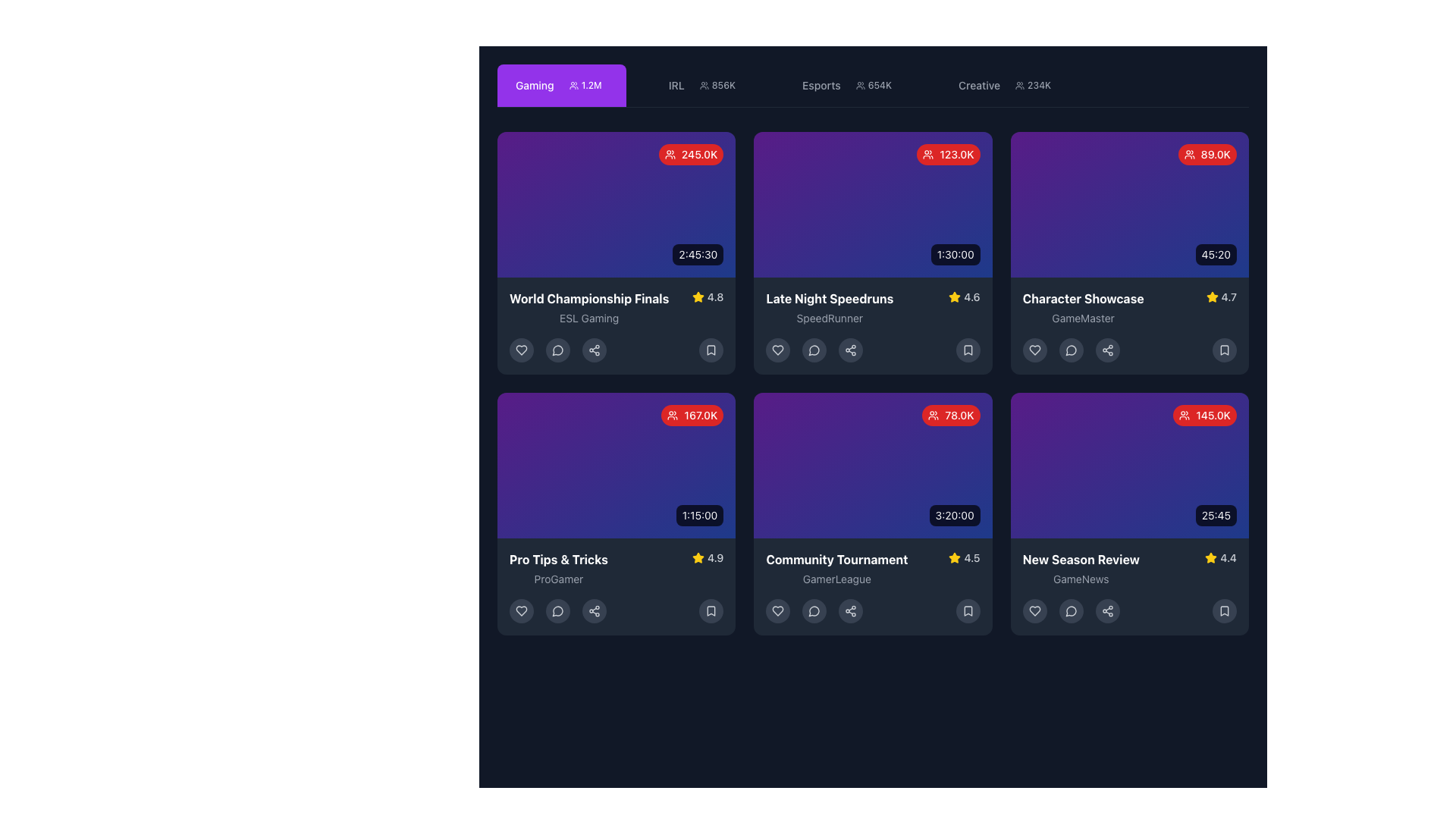 The height and width of the screenshot is (819, 1456). I want to click on the 'Esports' text label in the navigation menu, so click(821, 85).